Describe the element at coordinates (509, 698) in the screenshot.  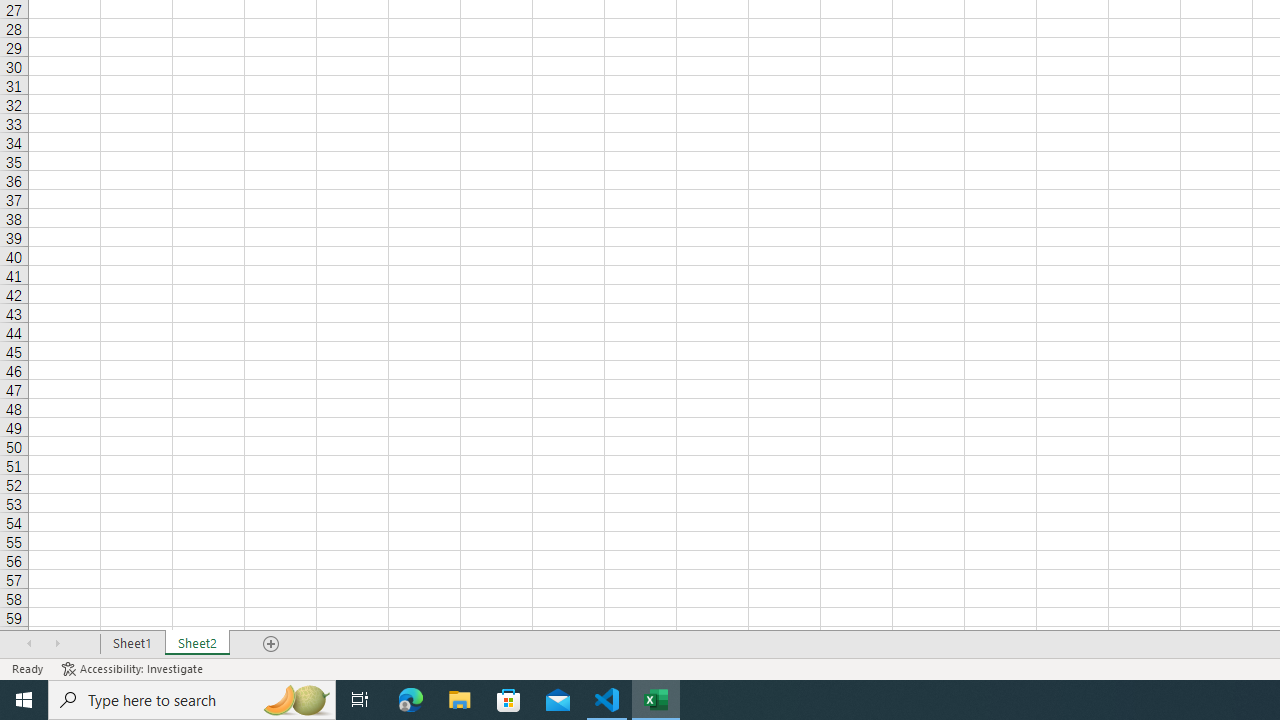
I see `'Microsoft Store'` at that location.